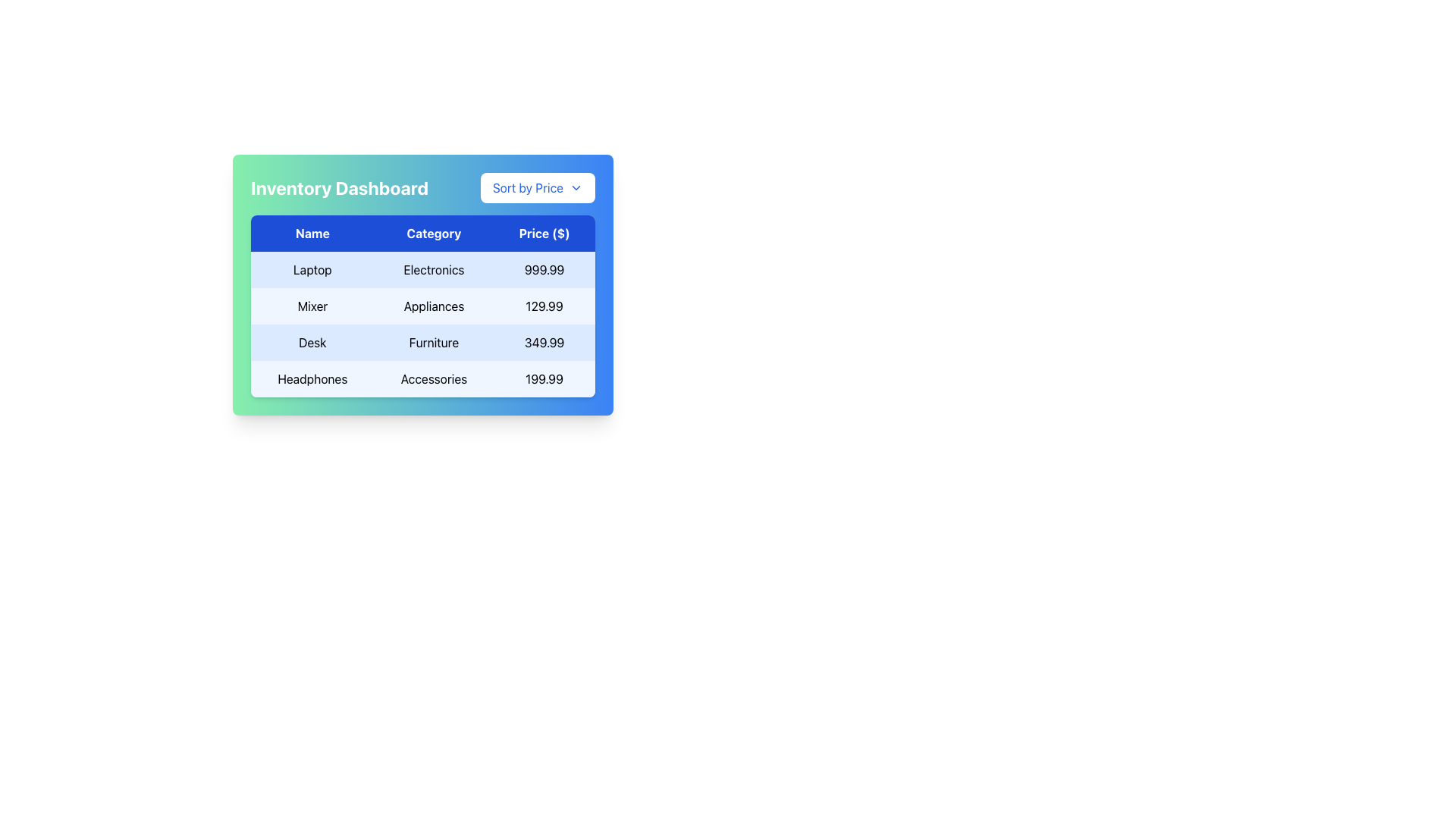 The height and width of the screenshot is (819, 1456). Describe the element at coordinates (312, 268) in the screenshot. I see `the table cell displaying the text 'Laptop' which is centered inside a light blue cell in the 'Name' column of the table` at that location.